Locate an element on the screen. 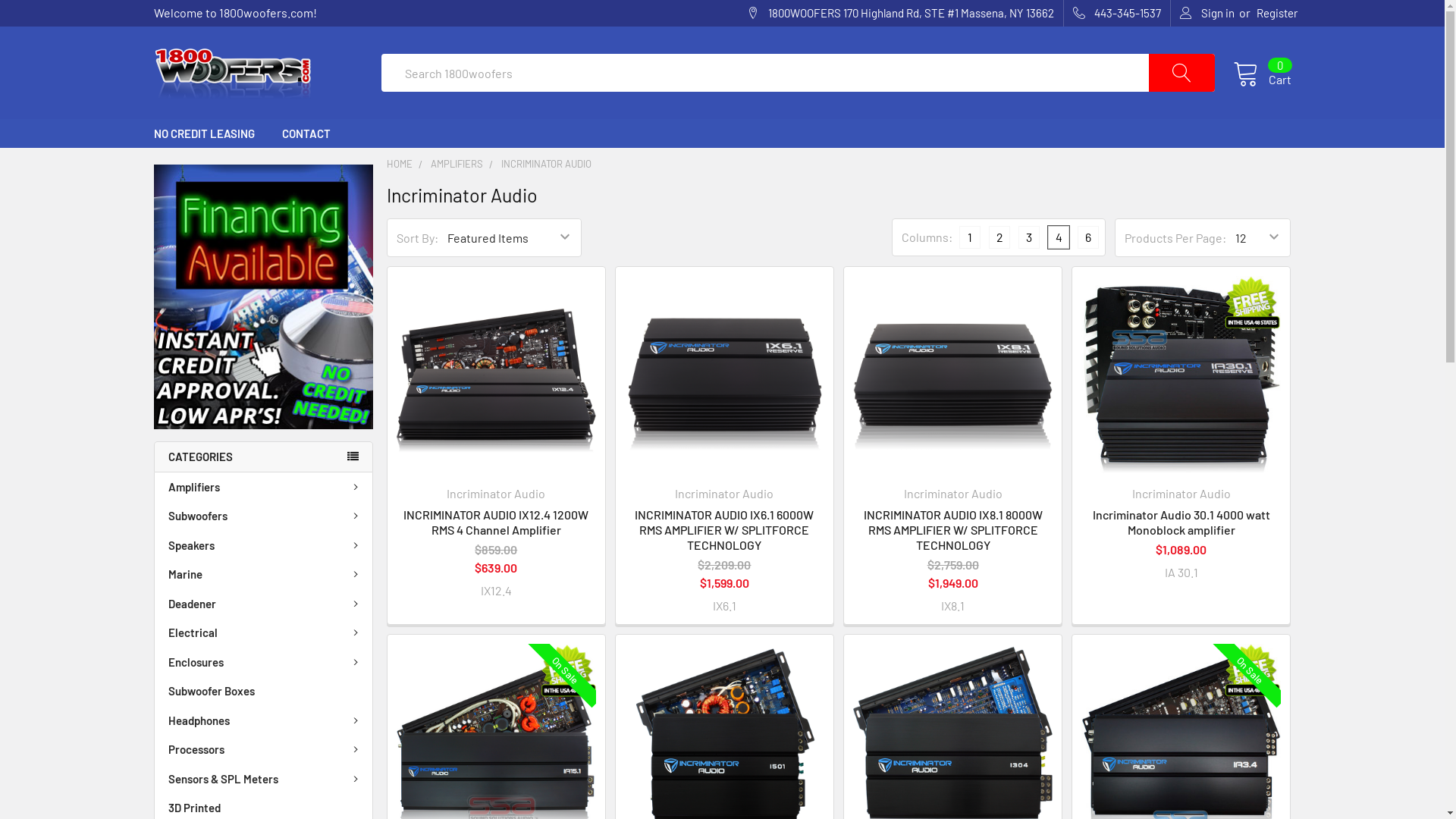 The image size is (1456, 819). '443-345-1537' is located at coordinates (1117, 13).